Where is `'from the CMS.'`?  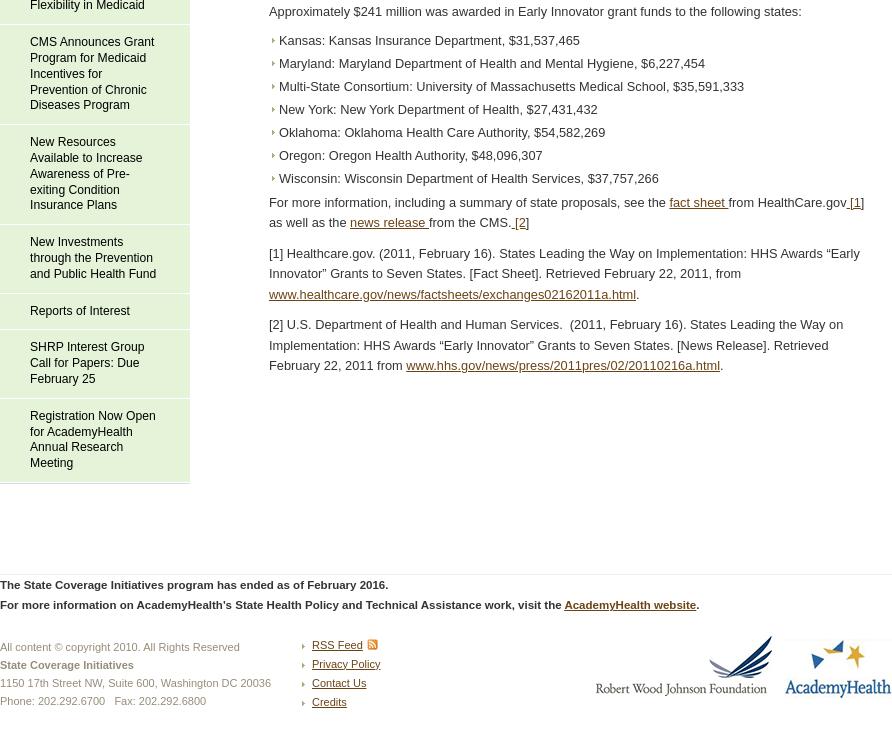
'from the CMS.' is located at coordinates (469, 222).